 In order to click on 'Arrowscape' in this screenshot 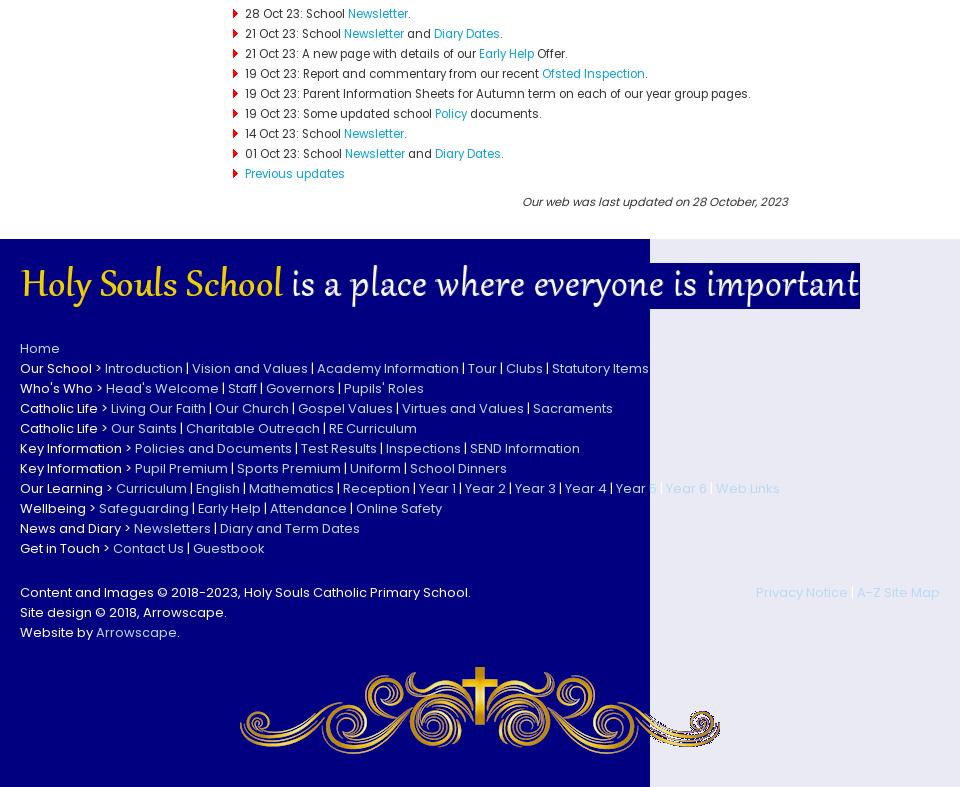, I will do `click(135, 630)`.